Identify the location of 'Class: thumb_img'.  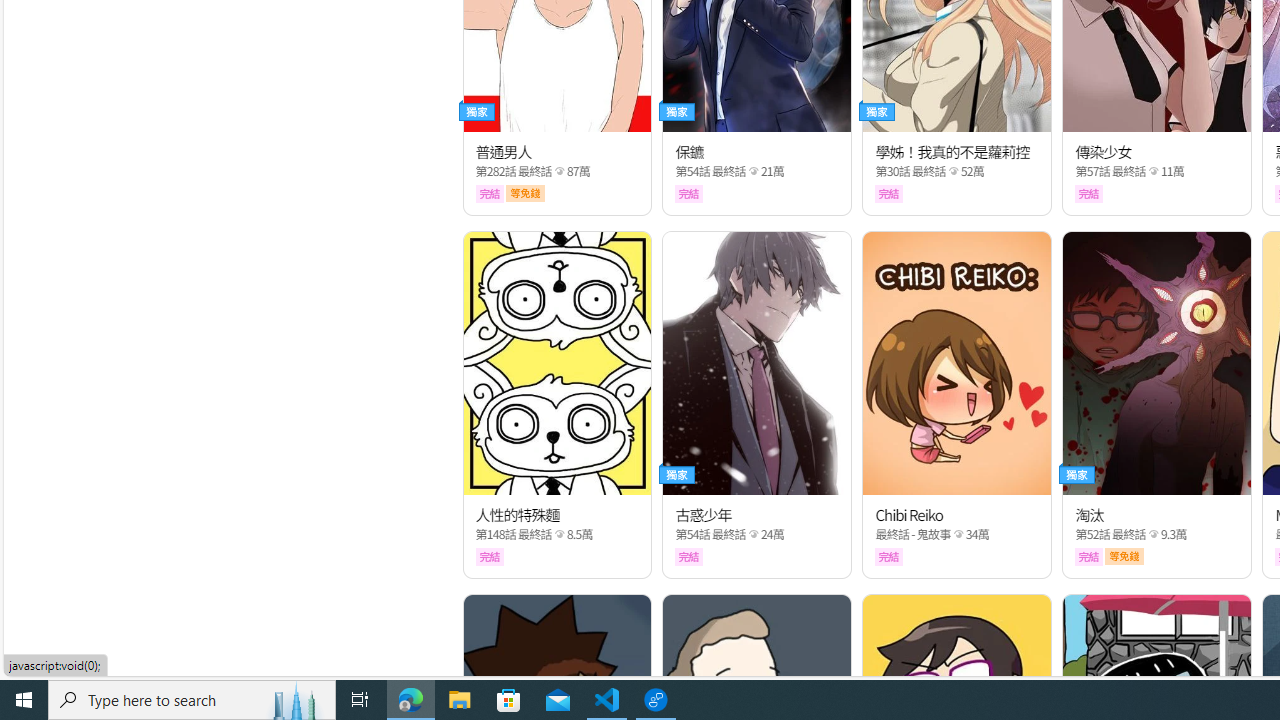
(1157, 363).